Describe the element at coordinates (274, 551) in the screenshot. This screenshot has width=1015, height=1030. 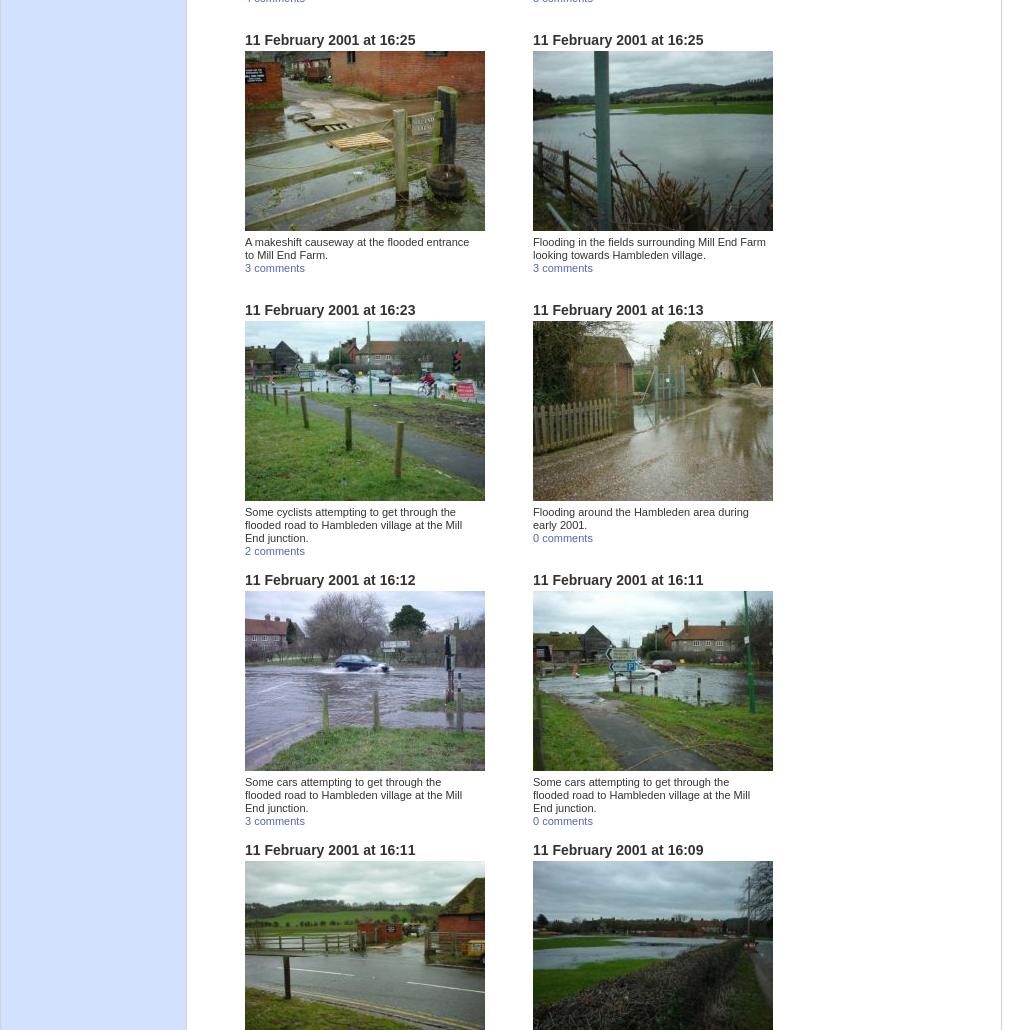
I see `'2 comments'` at that location.